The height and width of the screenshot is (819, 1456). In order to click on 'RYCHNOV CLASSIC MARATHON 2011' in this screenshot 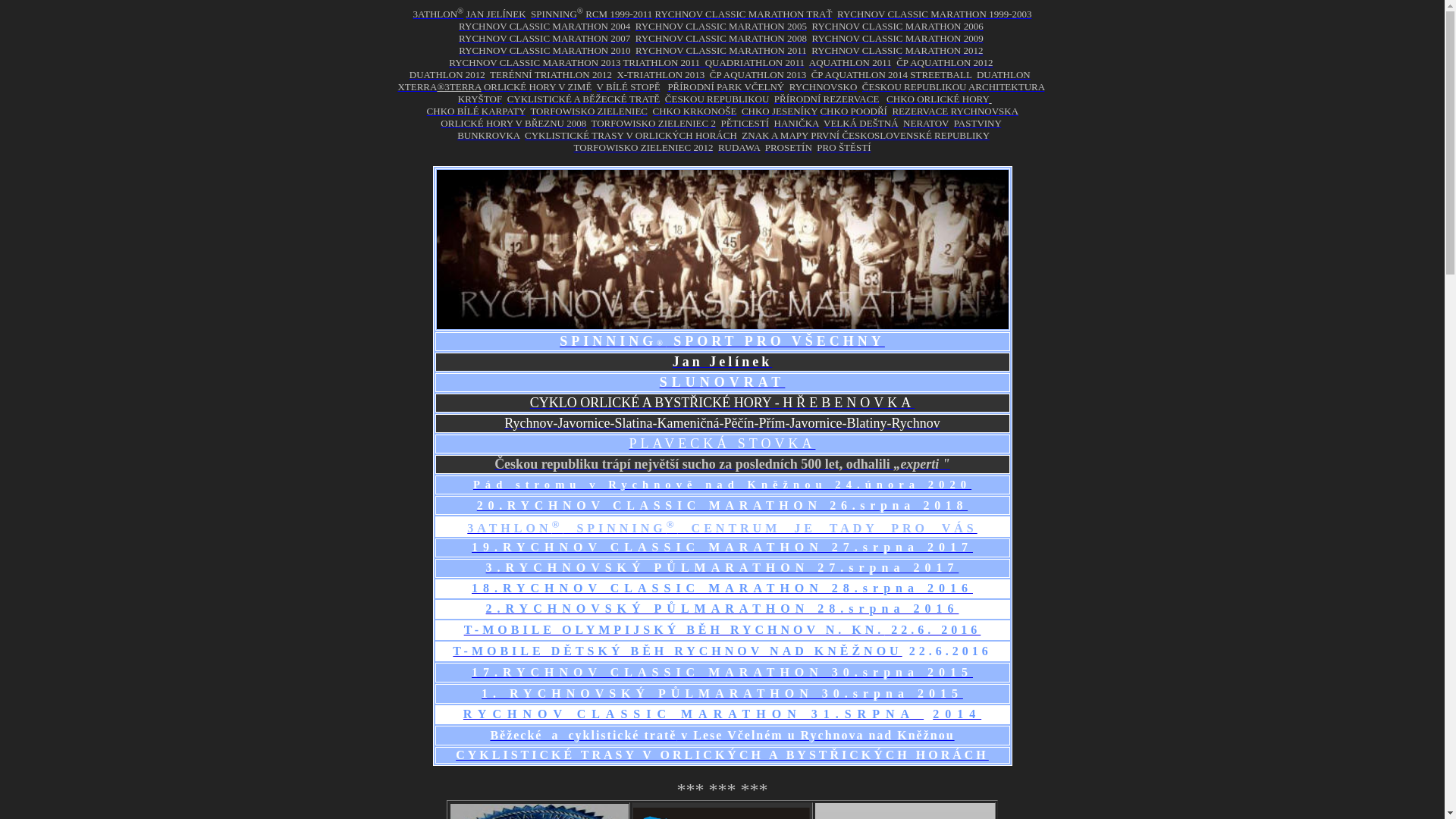, I will do `click(720, 49)`.